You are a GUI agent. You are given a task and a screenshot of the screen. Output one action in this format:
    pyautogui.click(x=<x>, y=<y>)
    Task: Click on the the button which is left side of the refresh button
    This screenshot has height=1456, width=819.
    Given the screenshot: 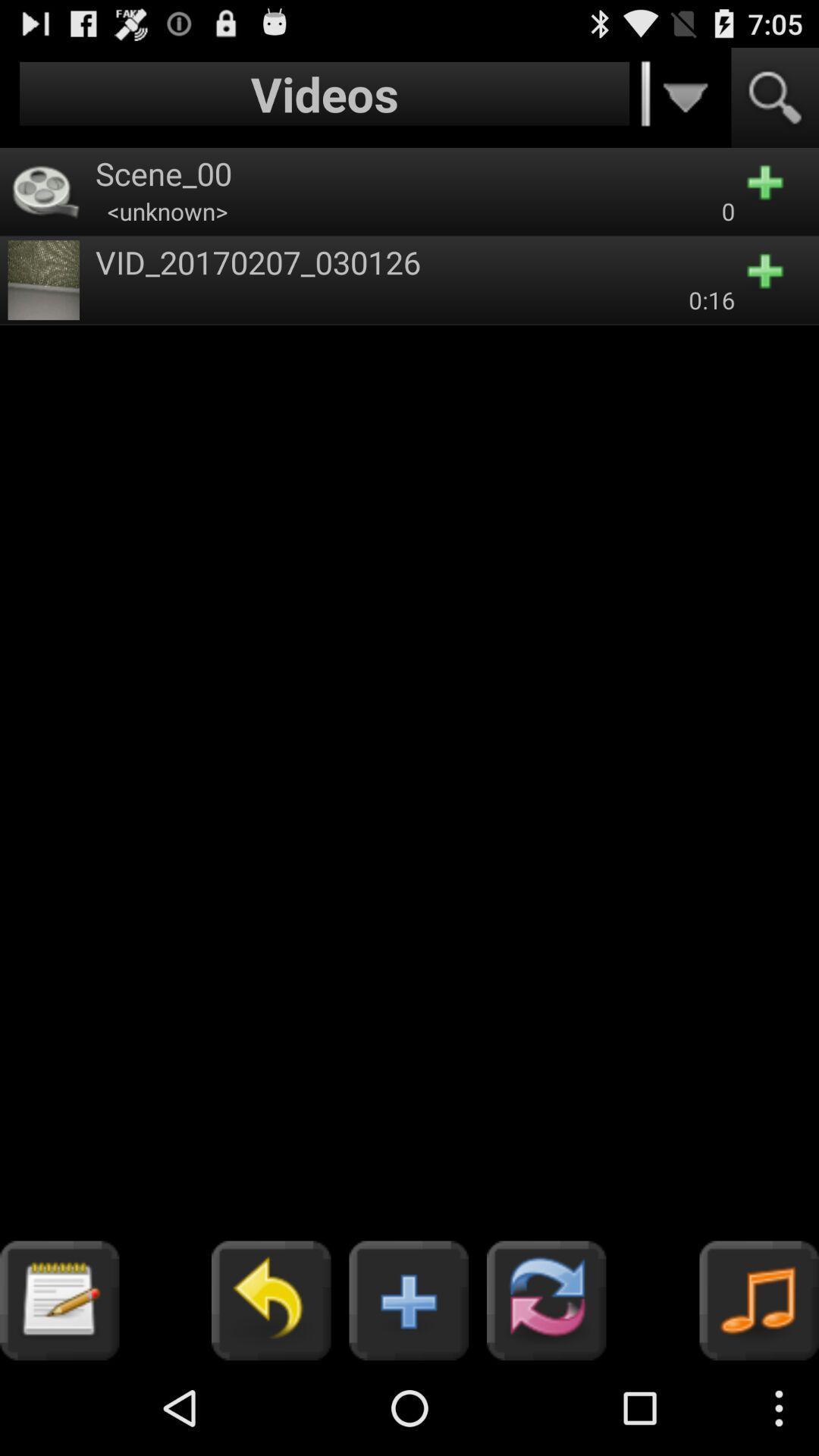 What is the action you would take?
    pyautogui.click(x=408, y=1300)
    